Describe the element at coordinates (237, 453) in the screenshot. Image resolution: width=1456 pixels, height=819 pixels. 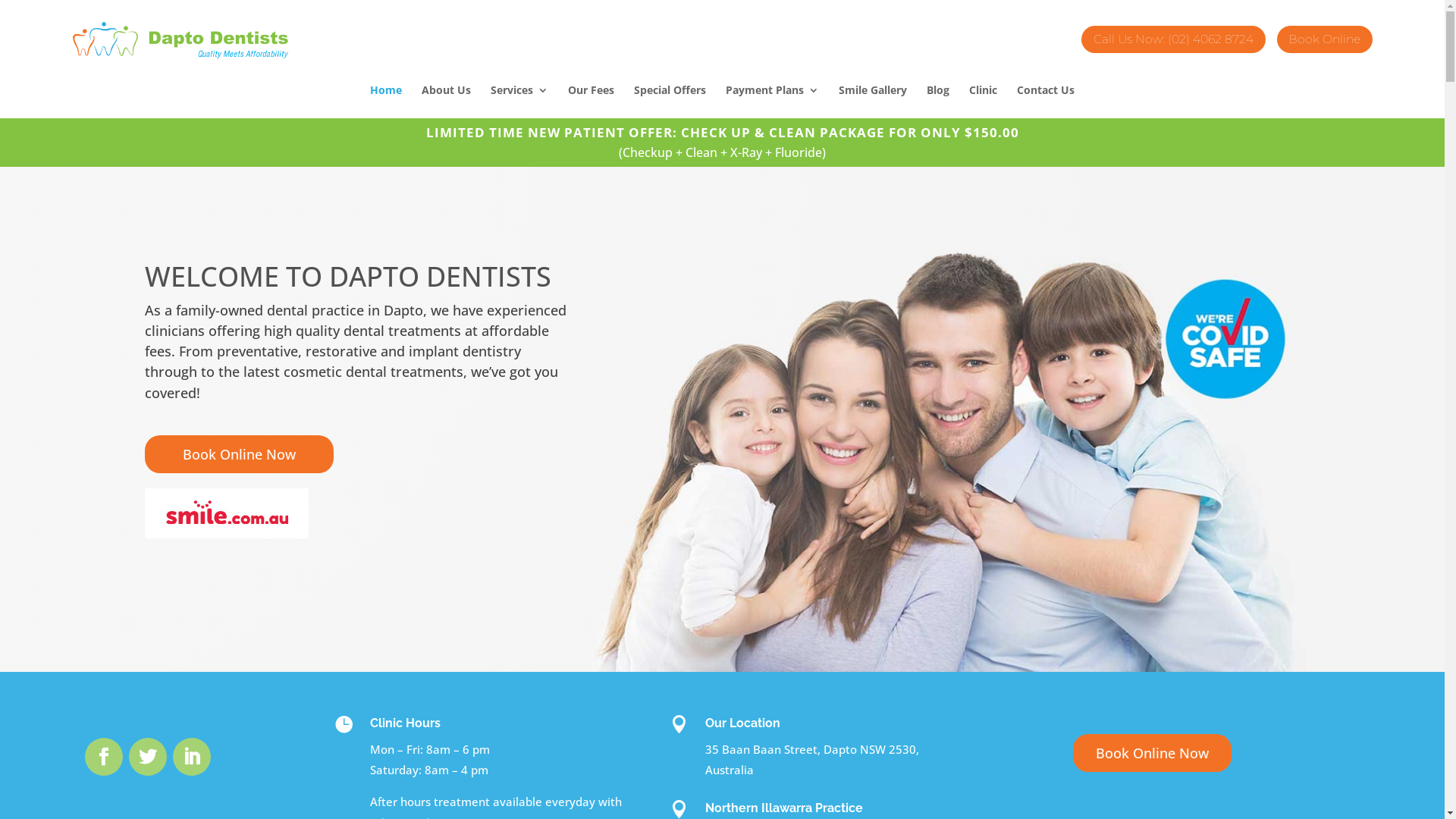
I see `'Book Online Now'` at that location.